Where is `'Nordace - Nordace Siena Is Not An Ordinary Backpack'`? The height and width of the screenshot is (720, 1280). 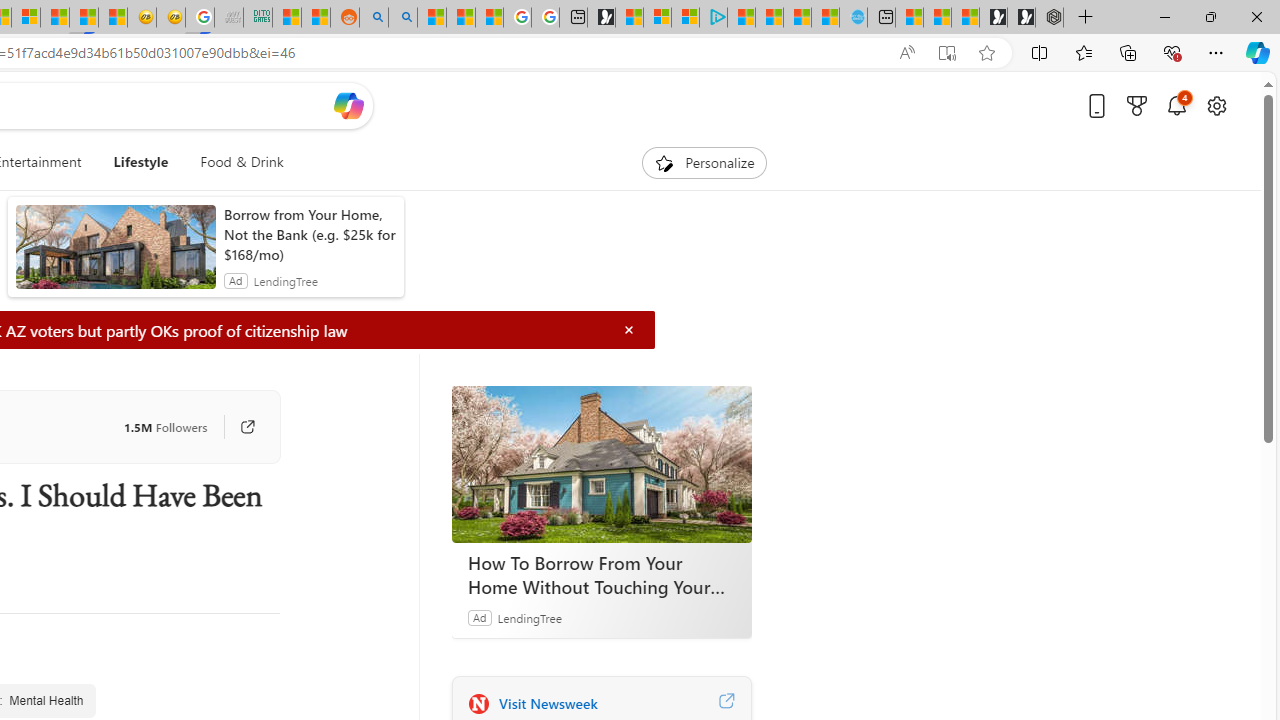
'Nordace - Nordace Siena Is Not An Ordinary Backpack' is located at coordinates (1048, 17).